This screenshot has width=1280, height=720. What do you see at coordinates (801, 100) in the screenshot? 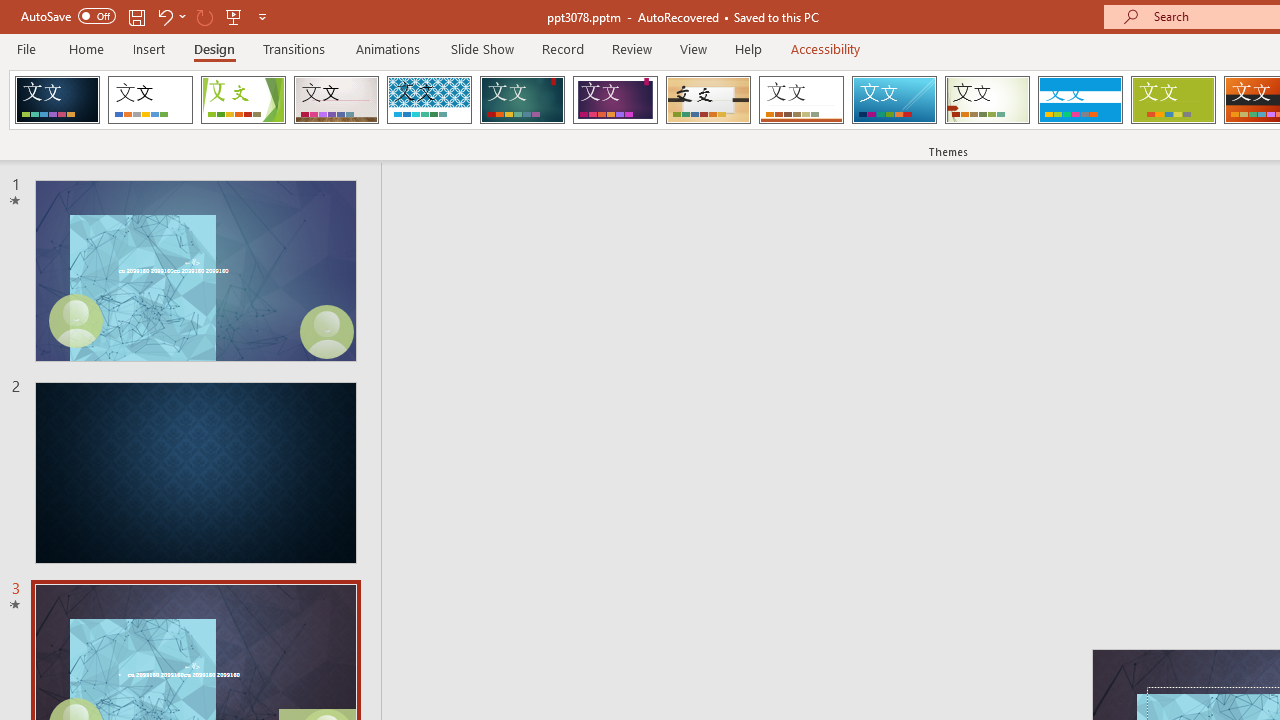
I see `'Retrospect'` at bounding box center [801, 100].